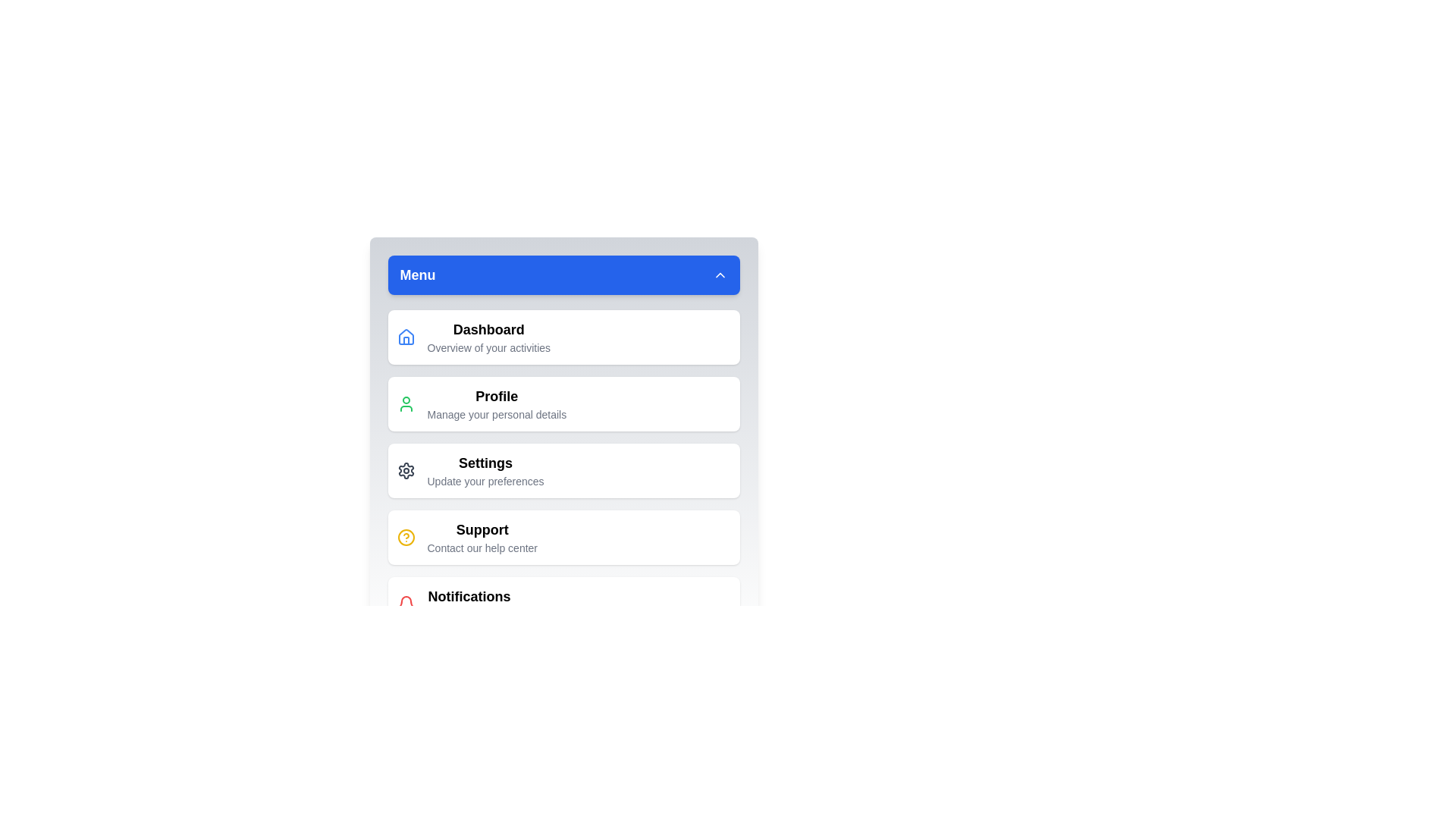  I want to click on the bold 'Support' text label within the third content card in the main navigation menu, so click(481, 537).